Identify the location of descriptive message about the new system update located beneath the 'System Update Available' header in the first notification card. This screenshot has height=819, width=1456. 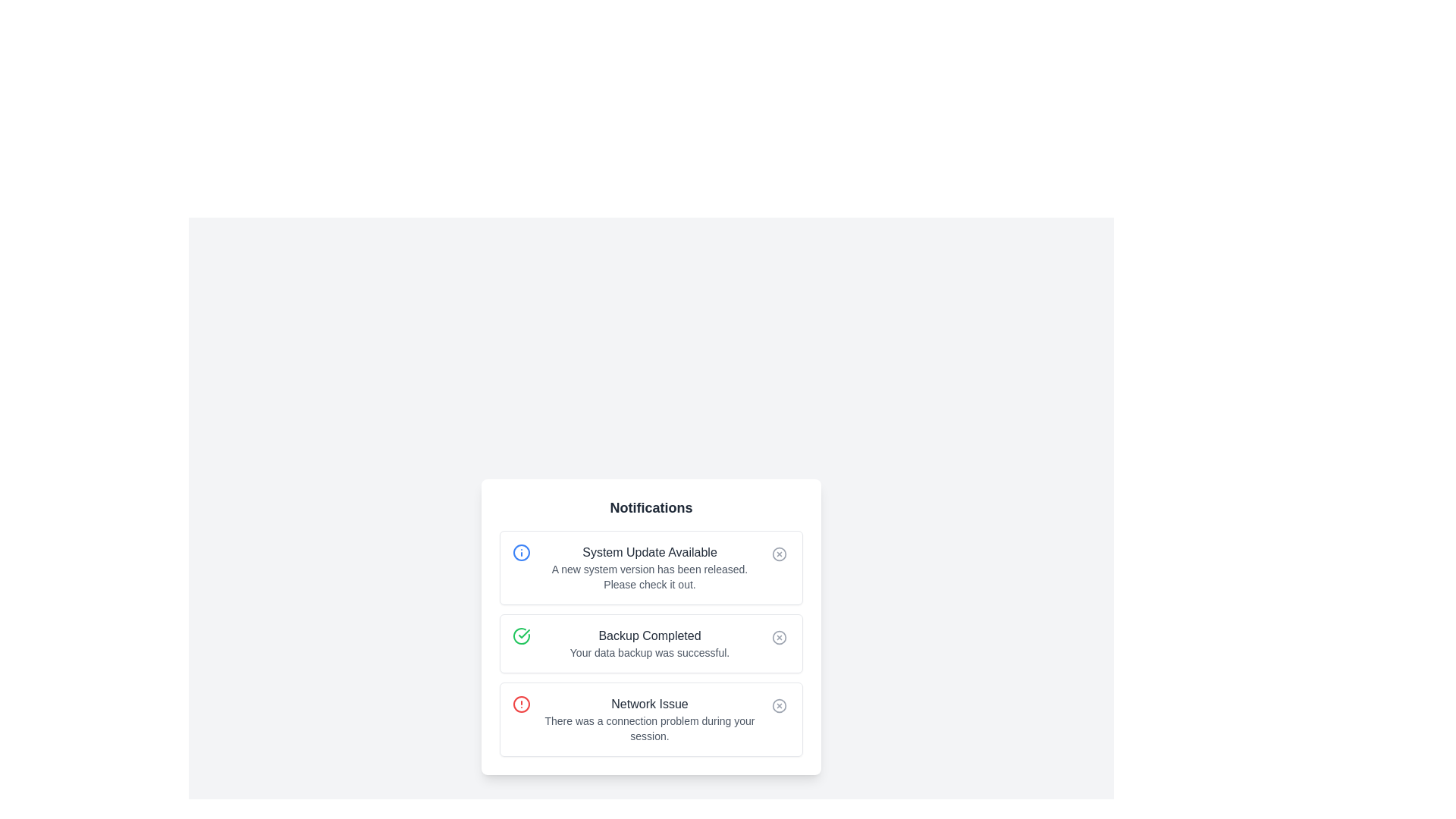
(650, 576).